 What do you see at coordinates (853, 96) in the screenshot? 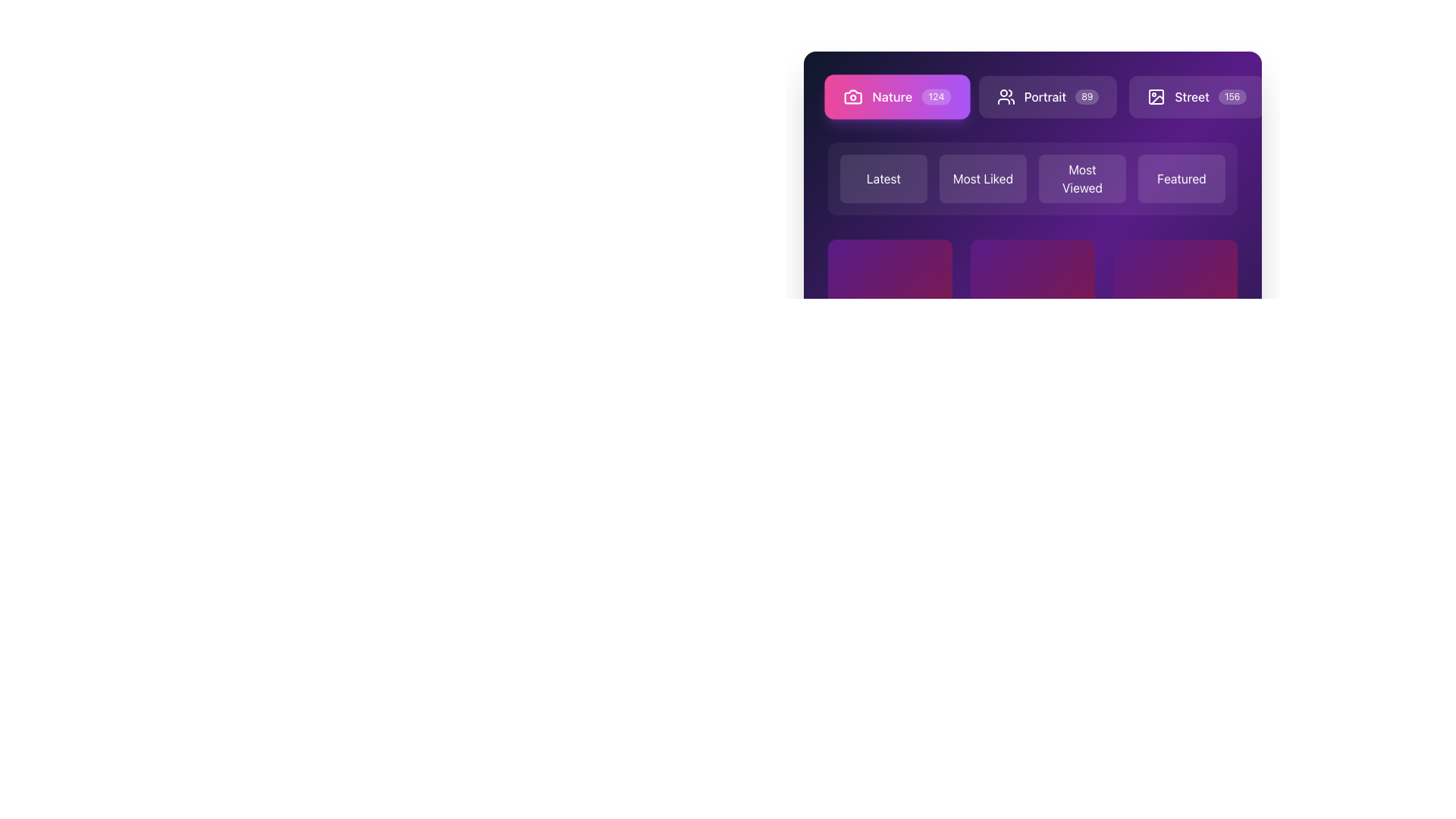
I see `the photography icon located to the left of the 'Nature' text and the badge '124', which features a pink and purple gradient background` at bounding box center [853, 96].